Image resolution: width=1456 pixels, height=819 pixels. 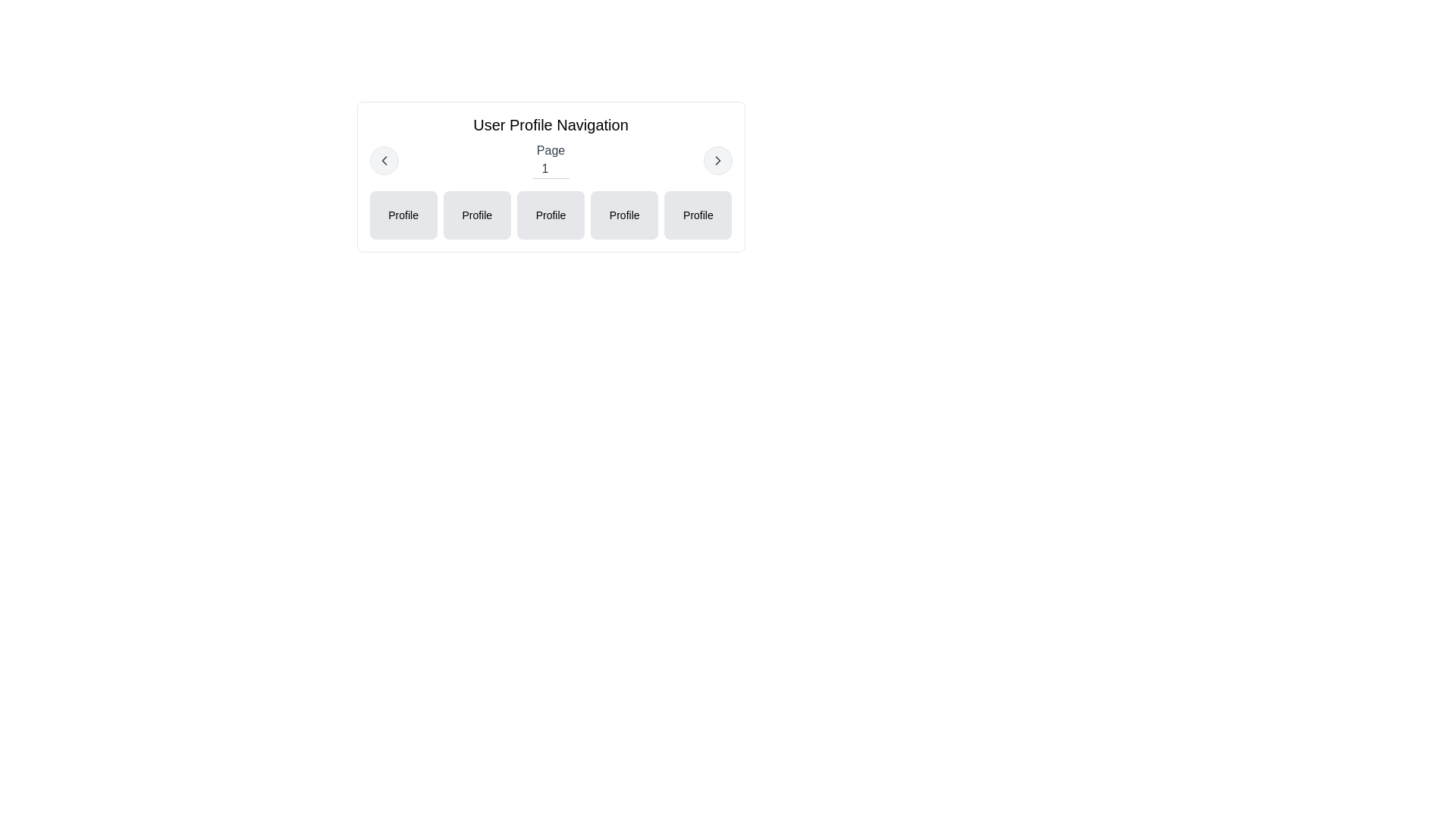 What do you see at coordinates (550, 215) in the screenshot?
I see `the third selectable item in the User Profile Navigation grid` at bounding box center [550, 215].